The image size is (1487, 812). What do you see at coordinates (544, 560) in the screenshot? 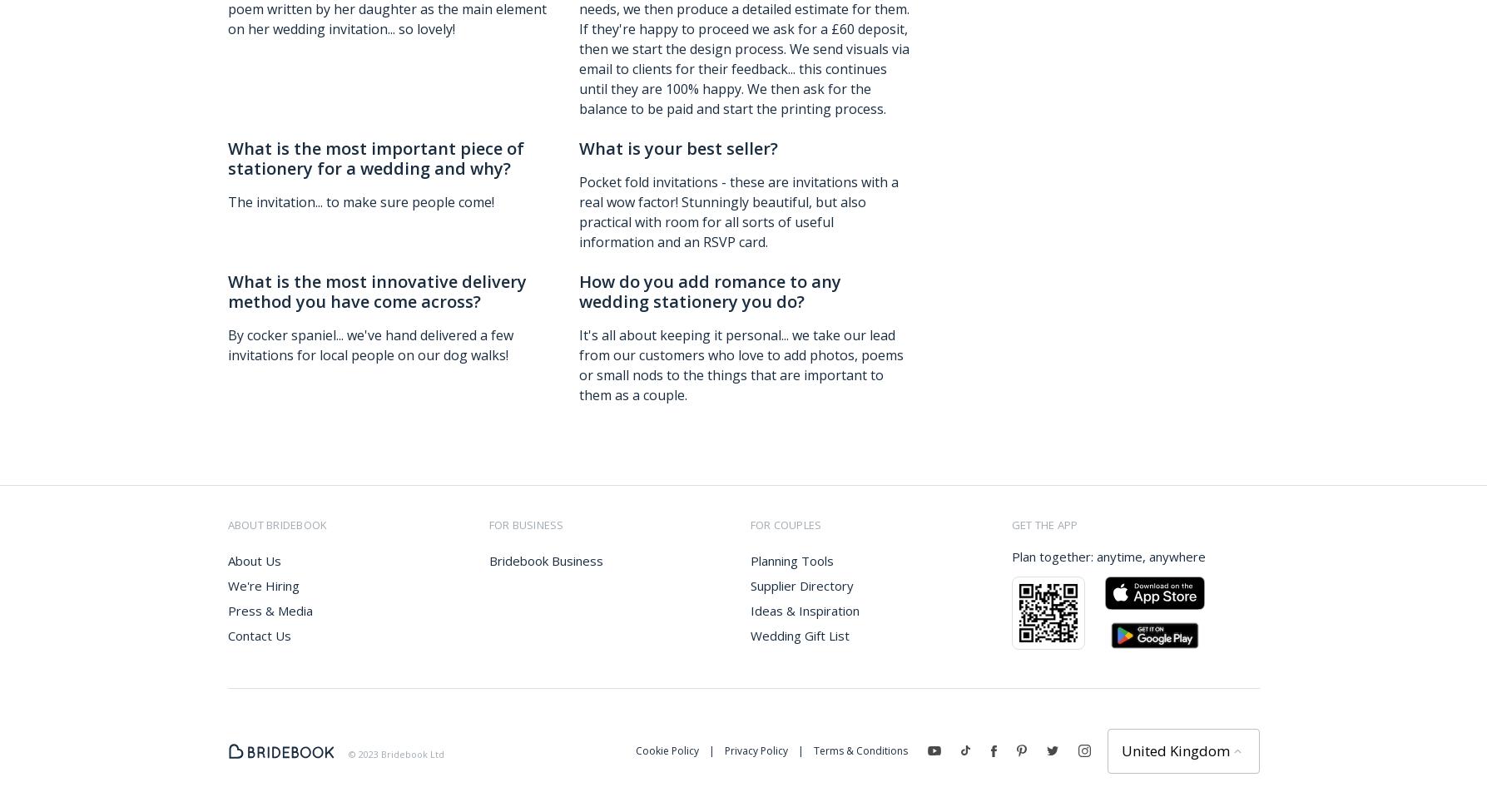
I see `'Bridebook Business'` at bounding box center [544, 560].